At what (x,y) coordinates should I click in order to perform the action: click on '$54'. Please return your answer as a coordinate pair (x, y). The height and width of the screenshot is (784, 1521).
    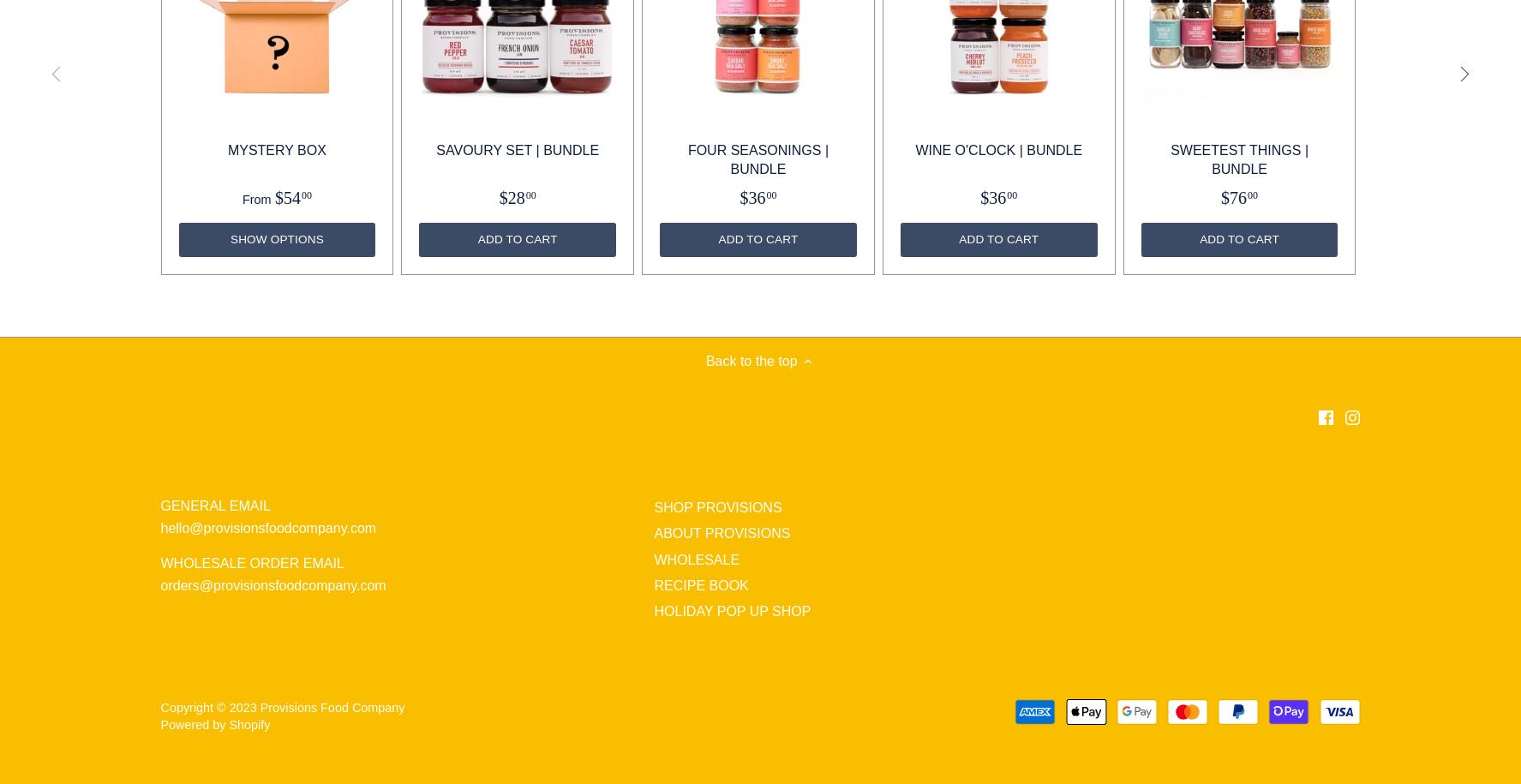
    Looking at the image, I should click on (285, 197).